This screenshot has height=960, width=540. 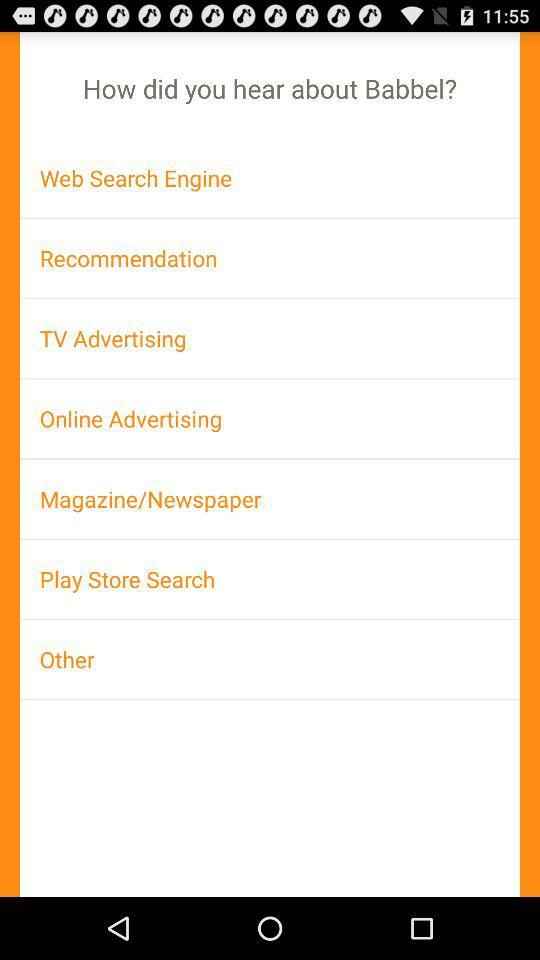 I want to click on the app above the tv advertising app, so click(x=270, y=257).